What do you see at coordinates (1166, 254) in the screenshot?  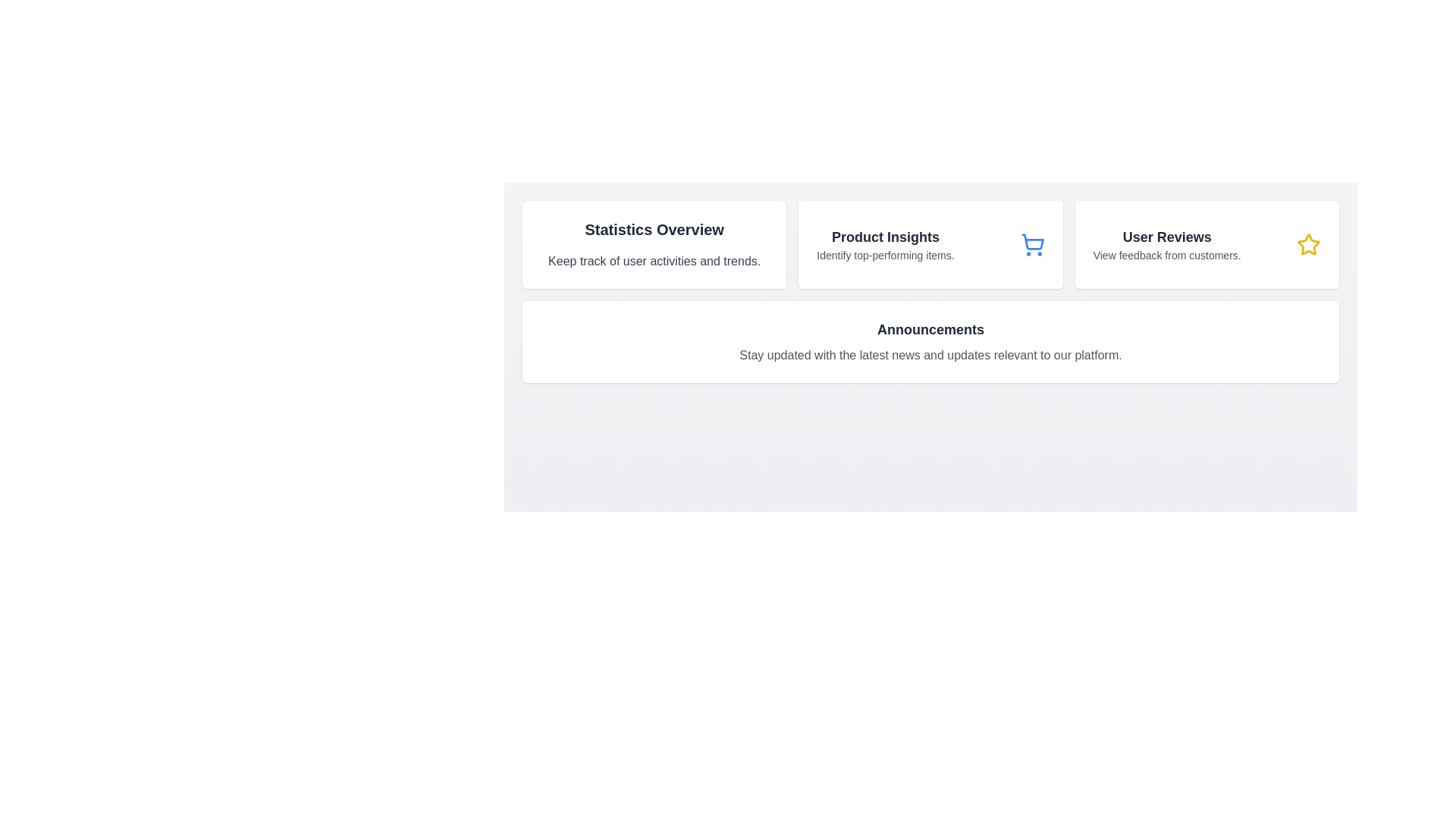 I see `the supplementary description text located directly below the 'User Reviews' heading in the top-right card layout` at bounding box center [1166, 254].